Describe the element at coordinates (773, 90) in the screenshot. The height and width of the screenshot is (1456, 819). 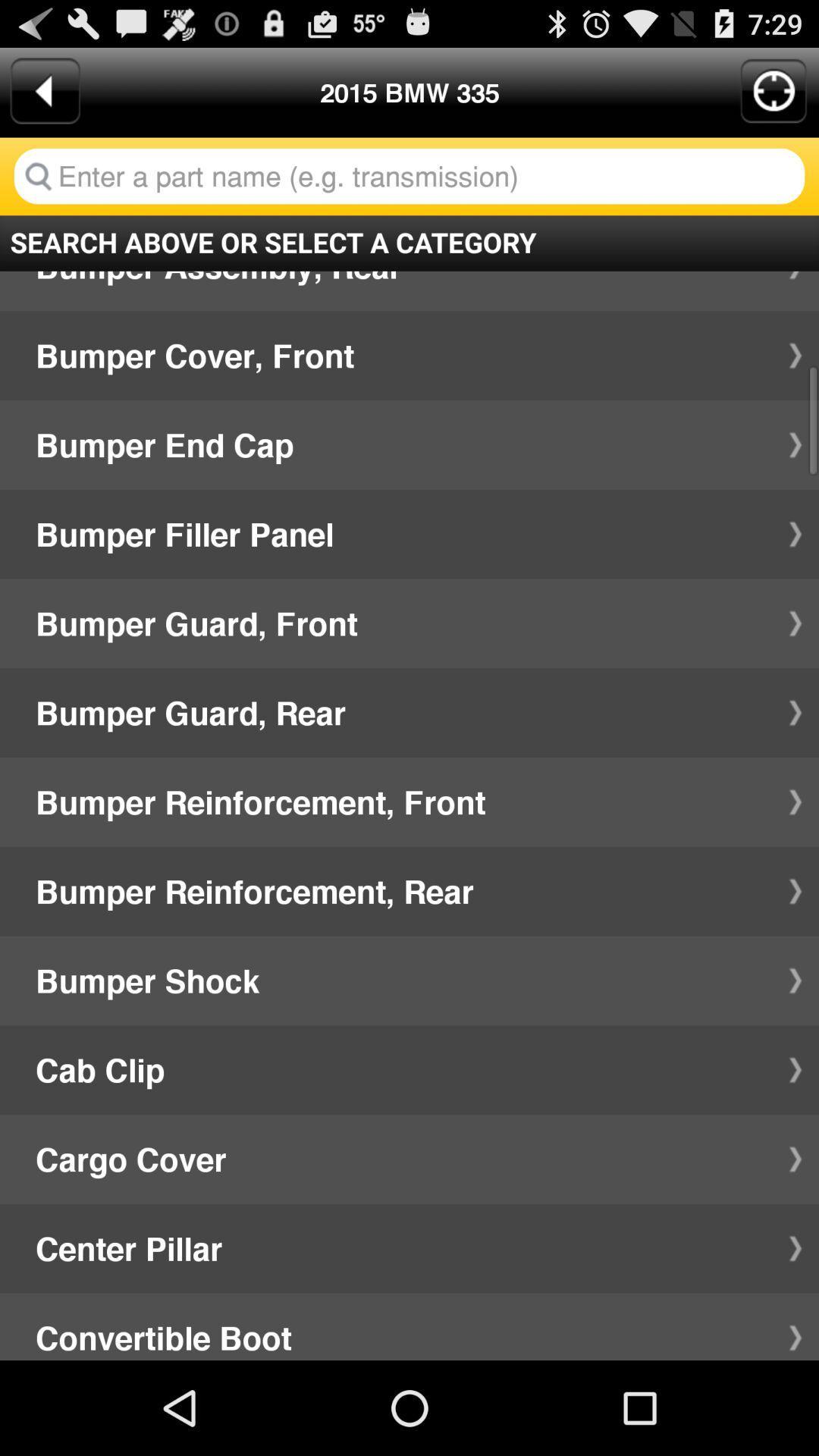
I see `the app next to the 2015 bmw 335 app` at that location.